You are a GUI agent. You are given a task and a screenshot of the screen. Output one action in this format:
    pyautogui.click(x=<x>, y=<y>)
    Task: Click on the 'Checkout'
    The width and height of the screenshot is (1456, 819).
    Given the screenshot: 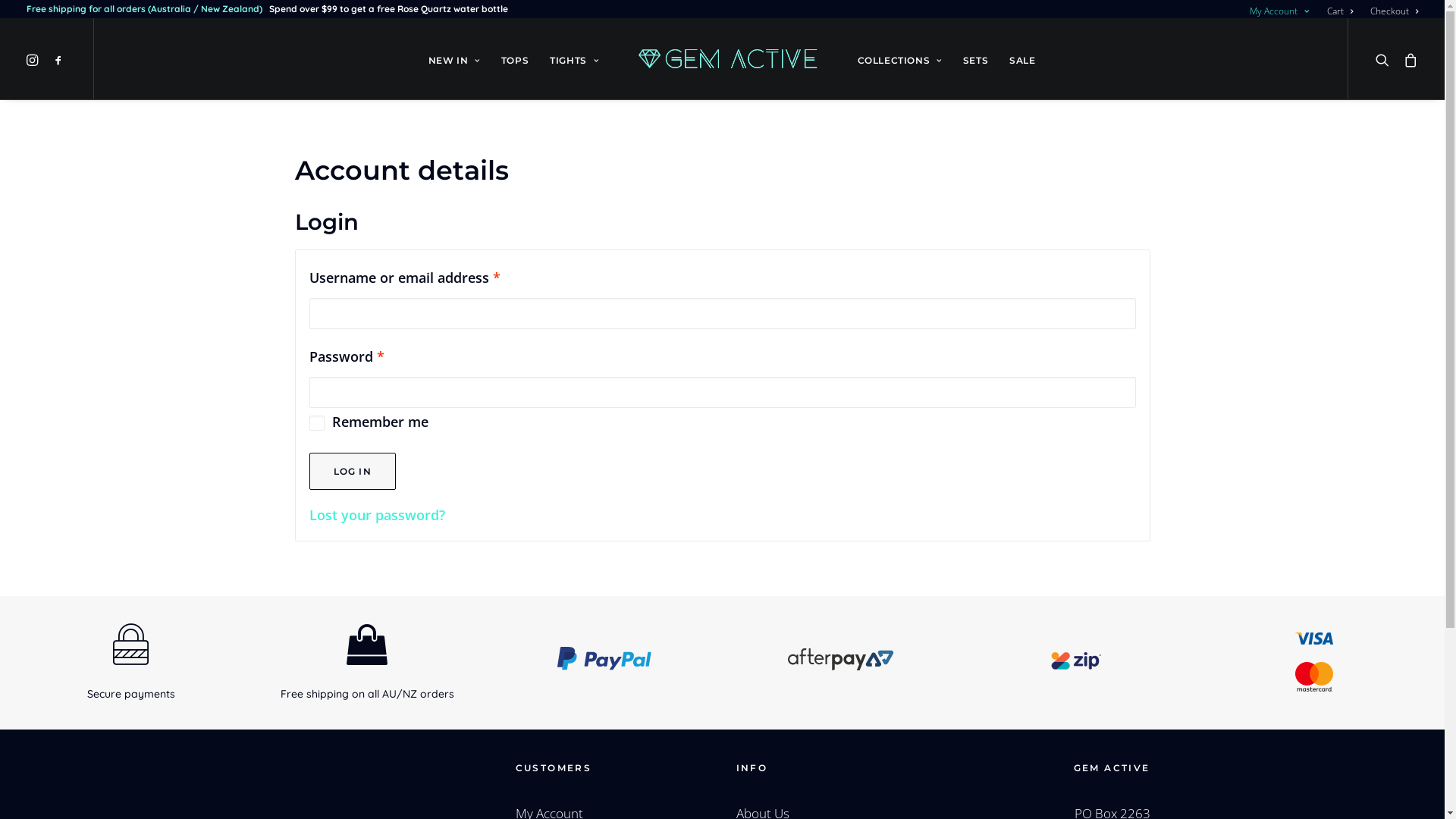 What is the action you would take?
    pyautogui.click(x=1363, y=11)
    